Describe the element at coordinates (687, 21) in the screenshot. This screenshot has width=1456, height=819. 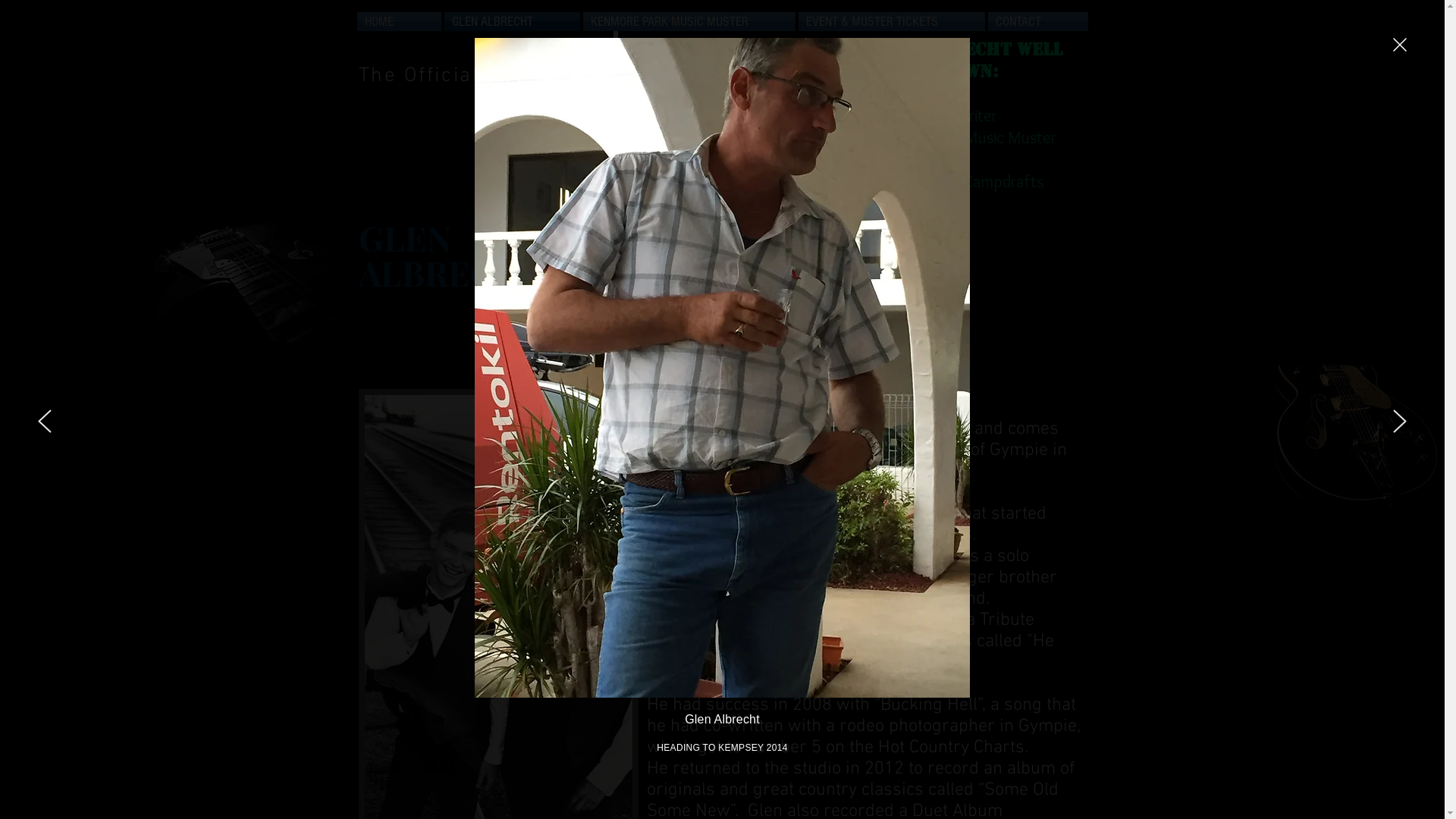
I see `'KENMORE PARK MUSIC MUSTER'` at that location.